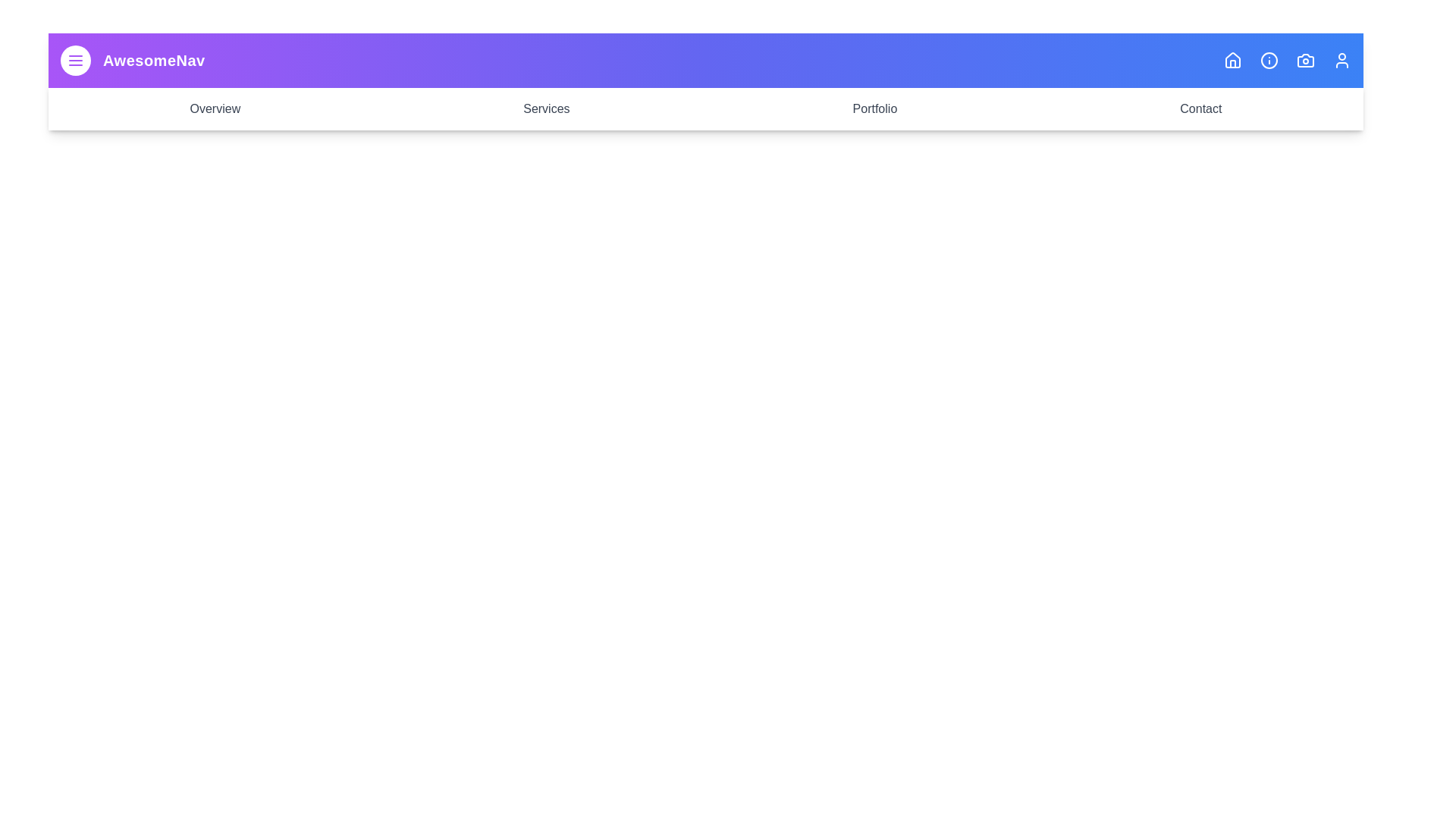  What do you see at coordinates (1233, 60) in the screenshot?
I see `the Home icon in the app bar` at bounding box center [1233, 60].